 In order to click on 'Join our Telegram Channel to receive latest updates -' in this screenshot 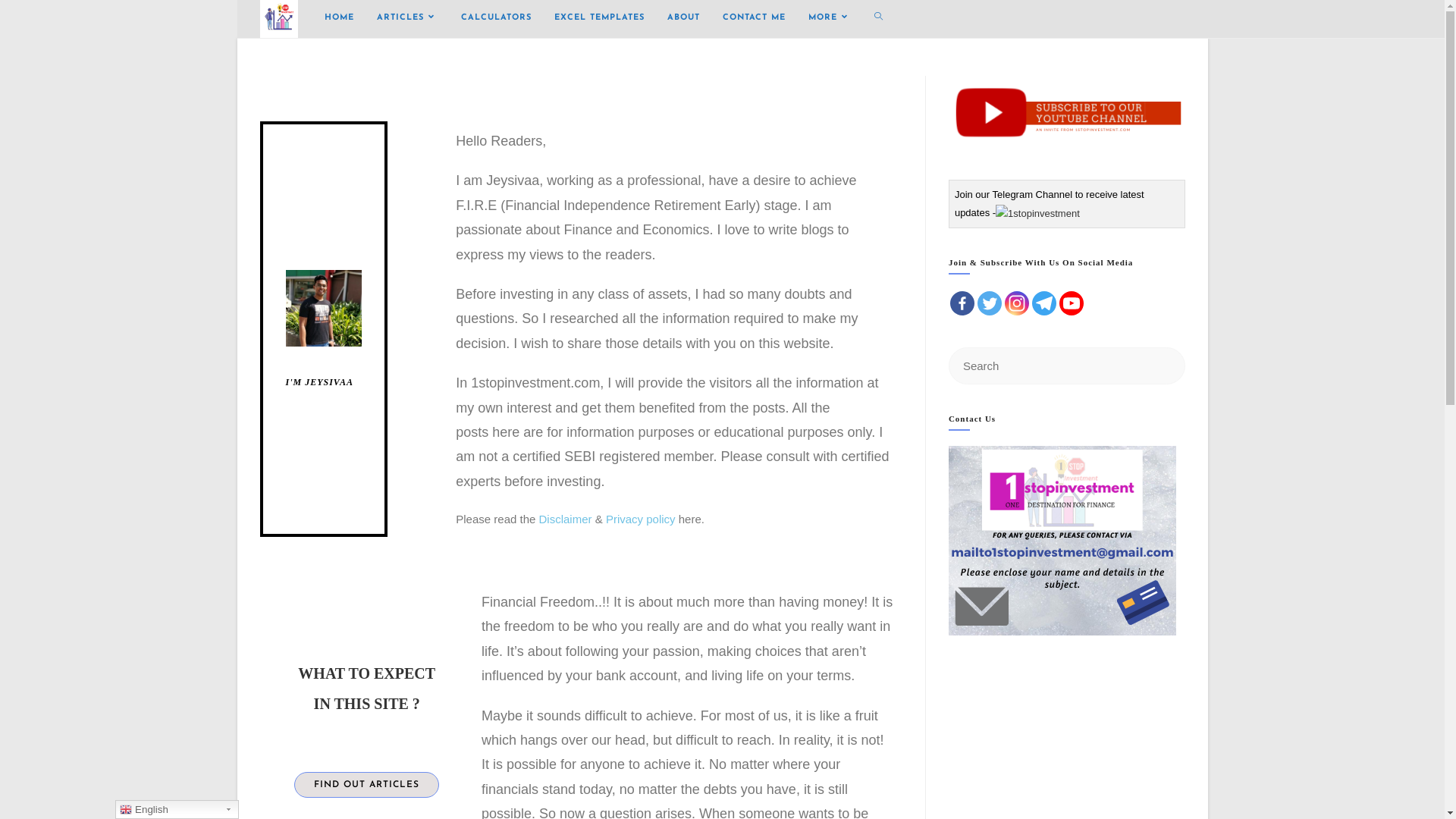, I will do `click(1048, 202)`.